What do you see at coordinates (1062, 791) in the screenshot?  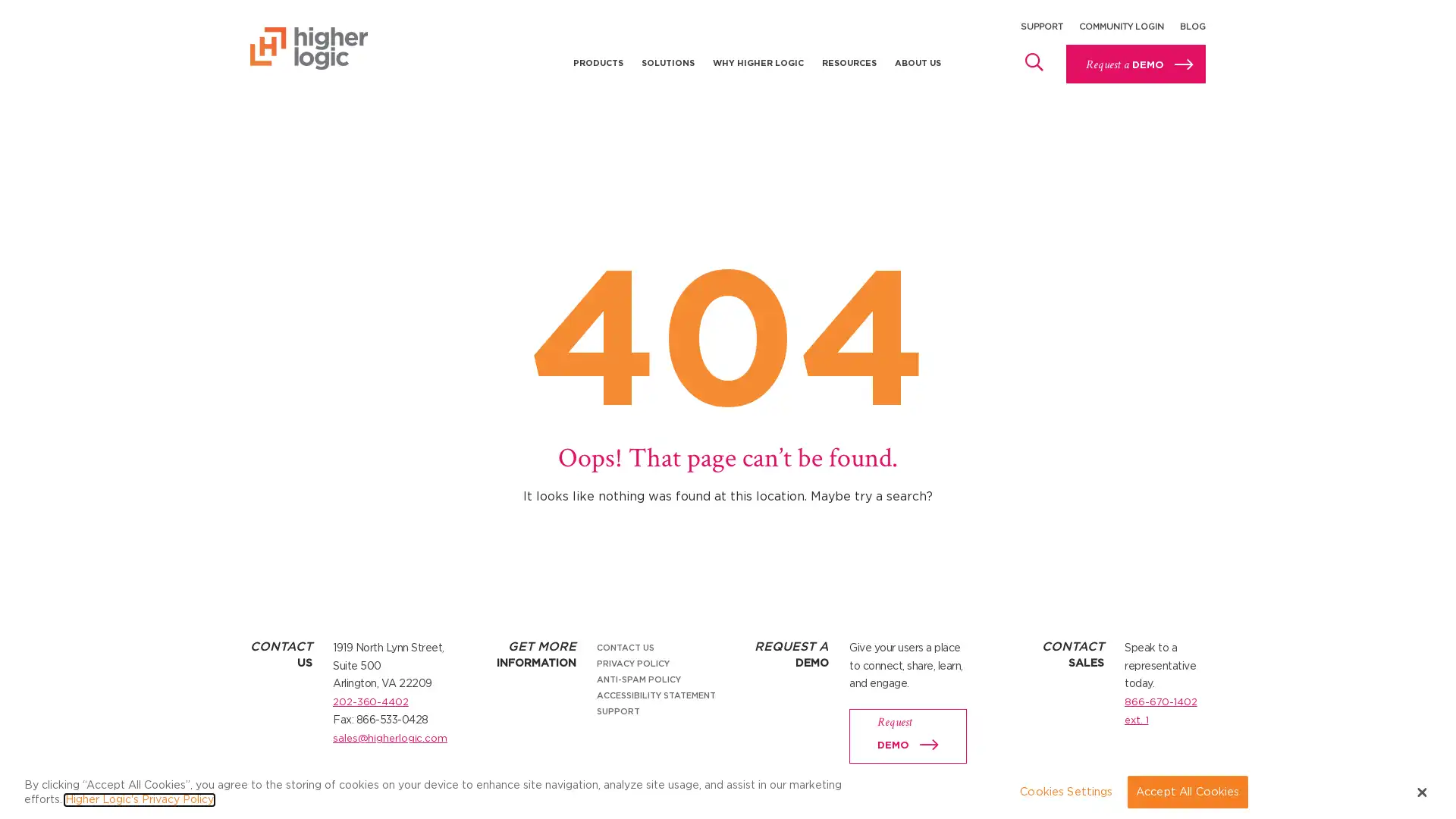 I see `Cookies Settings` at bounding box center [1062, 791].